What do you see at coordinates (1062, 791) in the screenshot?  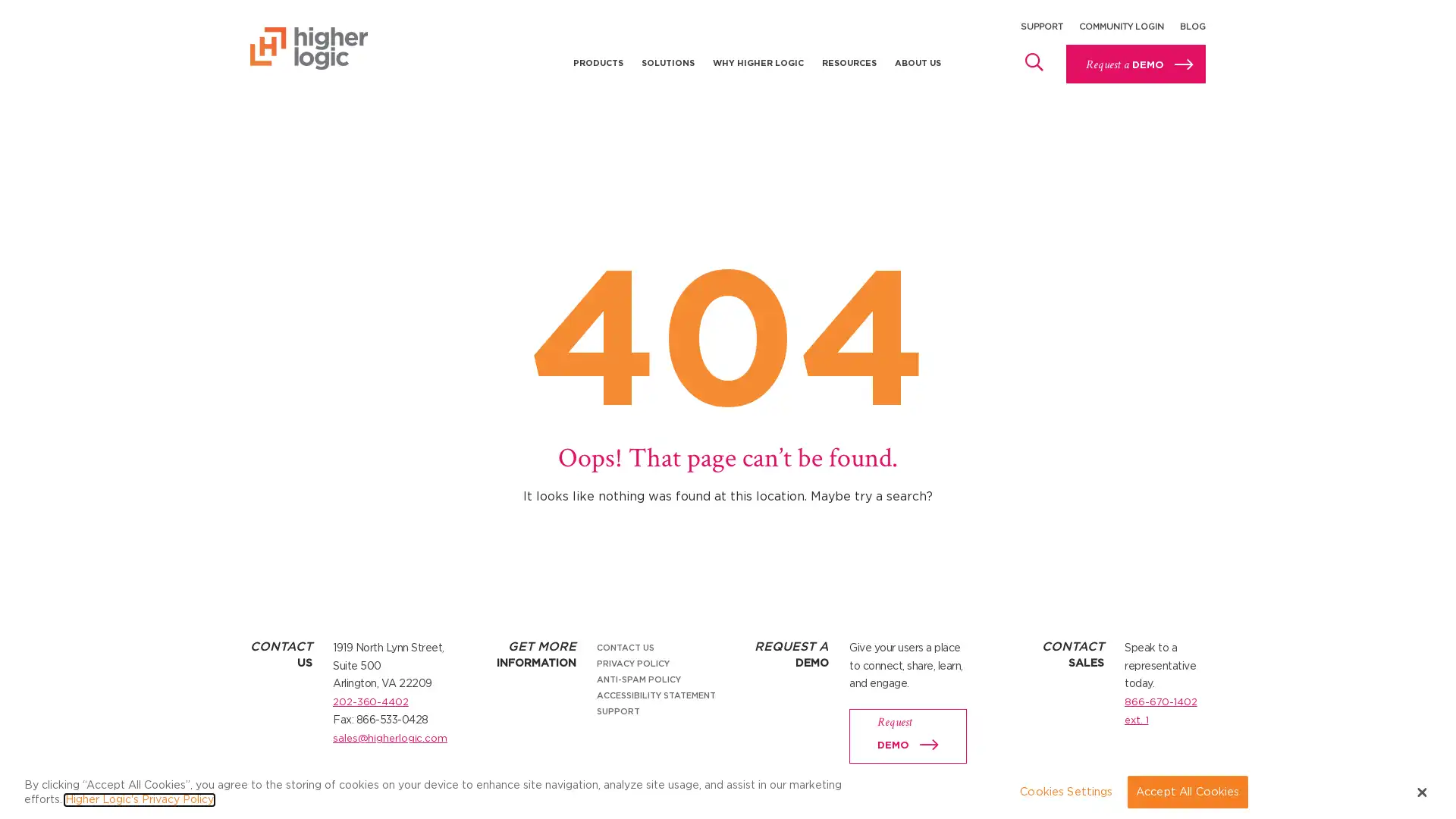 I see `Cookies Settings` at bounding box center [1062, 791].